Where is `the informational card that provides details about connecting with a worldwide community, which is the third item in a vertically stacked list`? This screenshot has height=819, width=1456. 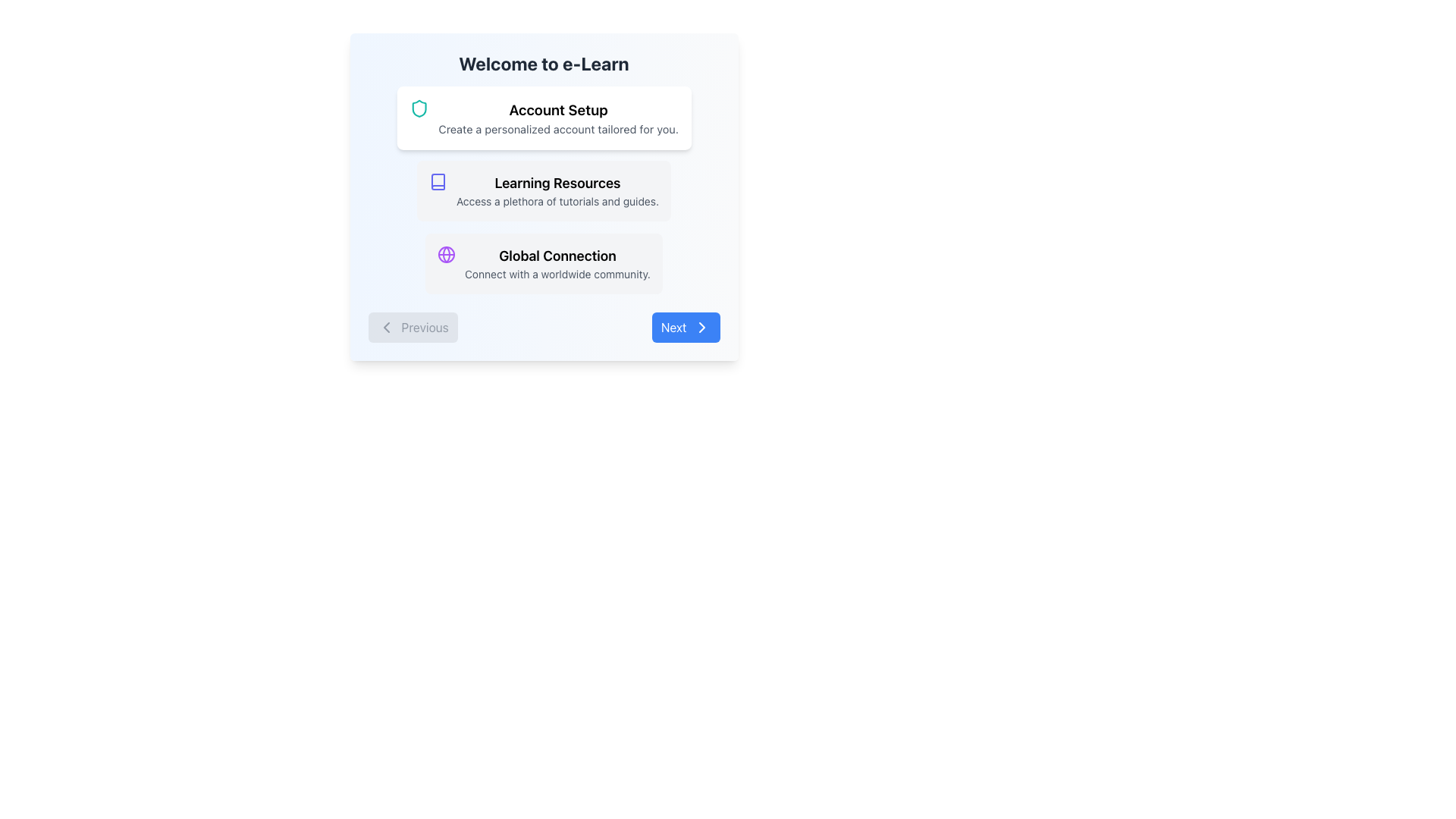
the informational card that provides details about connecting with a worldwide community, which is the third item in a vertically stacked list is located at coordinates (544, 262).